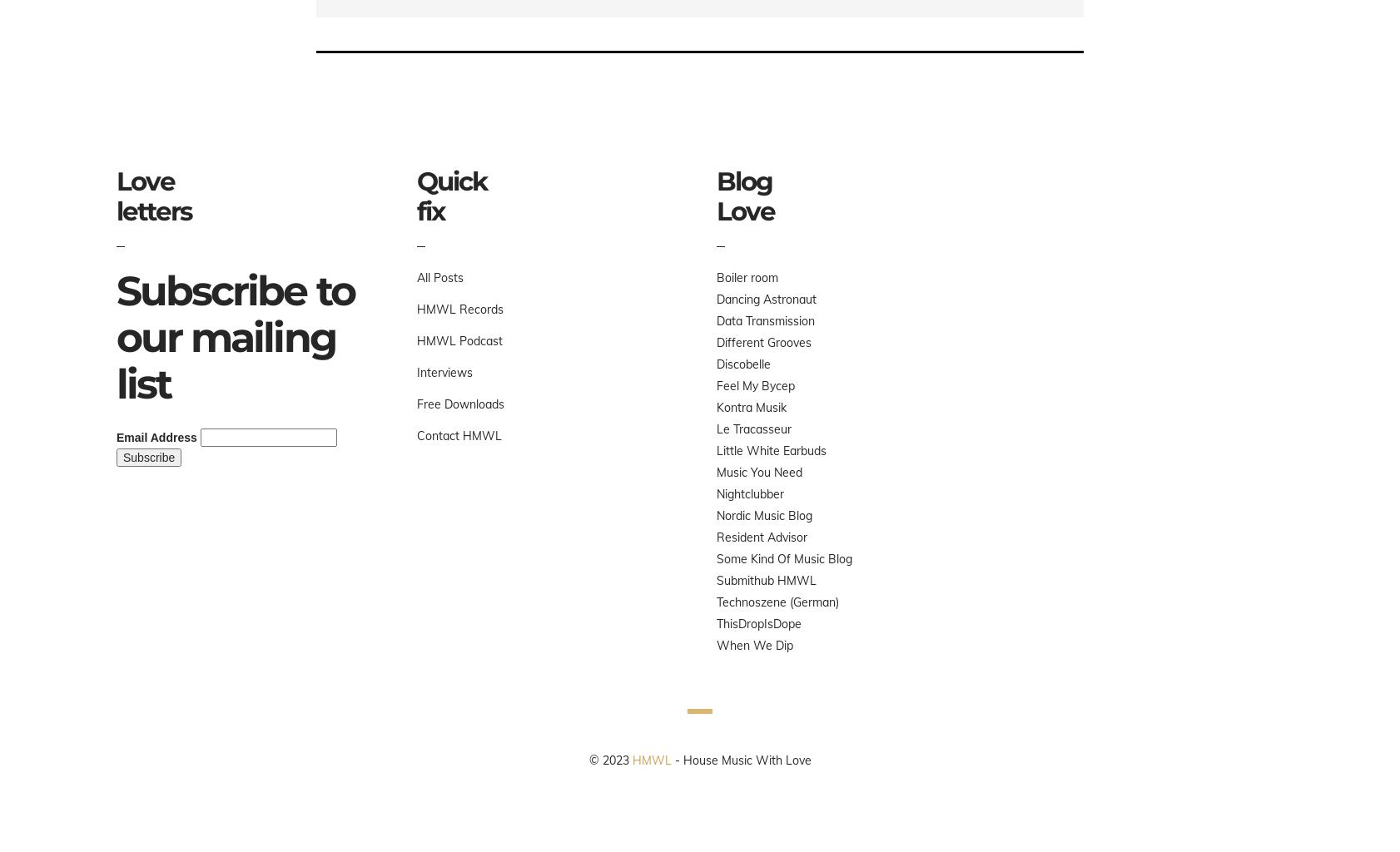 This screenshot has width=1400, height=852. I want to click on 'Free Downloads', so click(459, 403).